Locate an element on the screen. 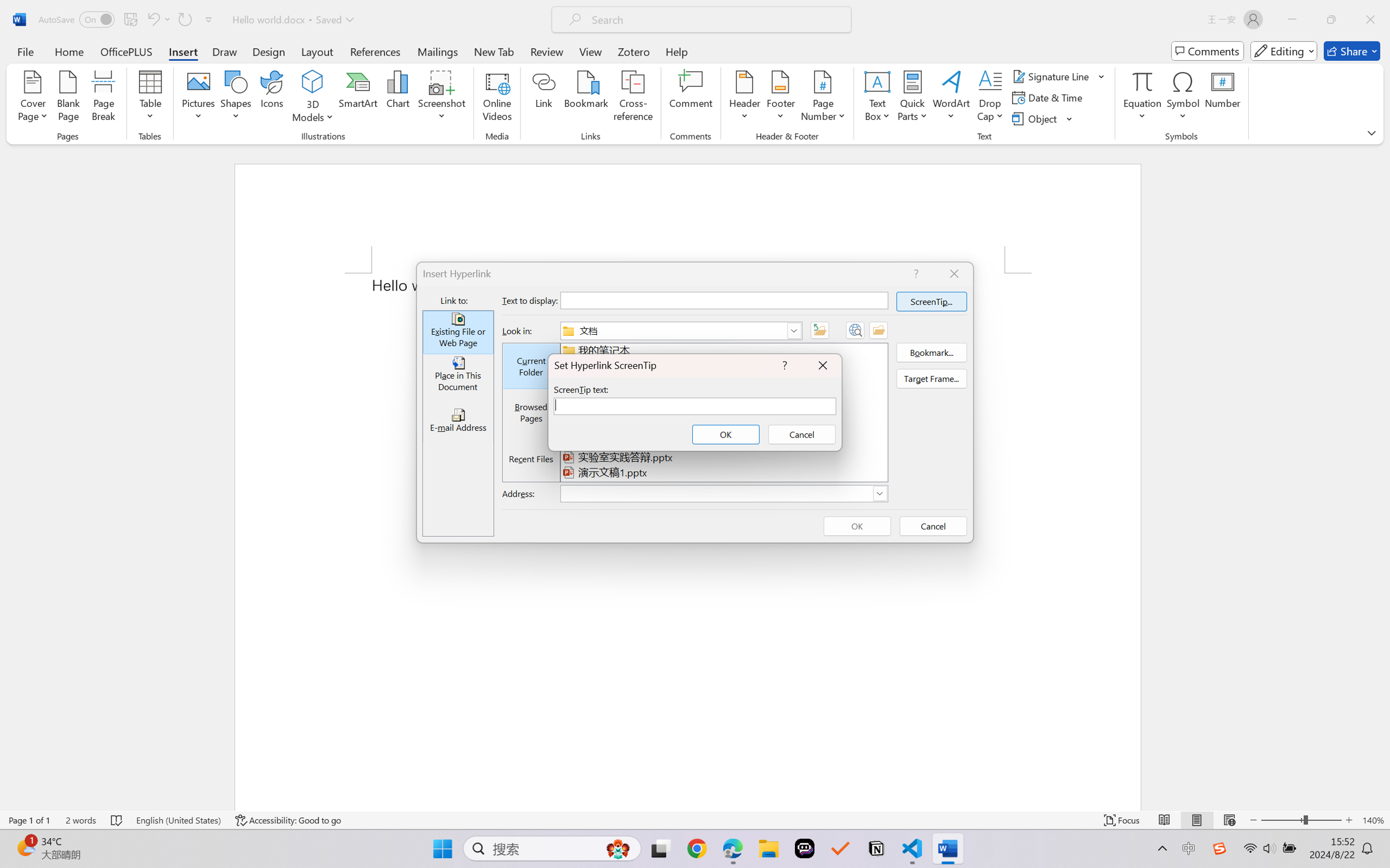  'Can' is located at coordinates (184, 19).